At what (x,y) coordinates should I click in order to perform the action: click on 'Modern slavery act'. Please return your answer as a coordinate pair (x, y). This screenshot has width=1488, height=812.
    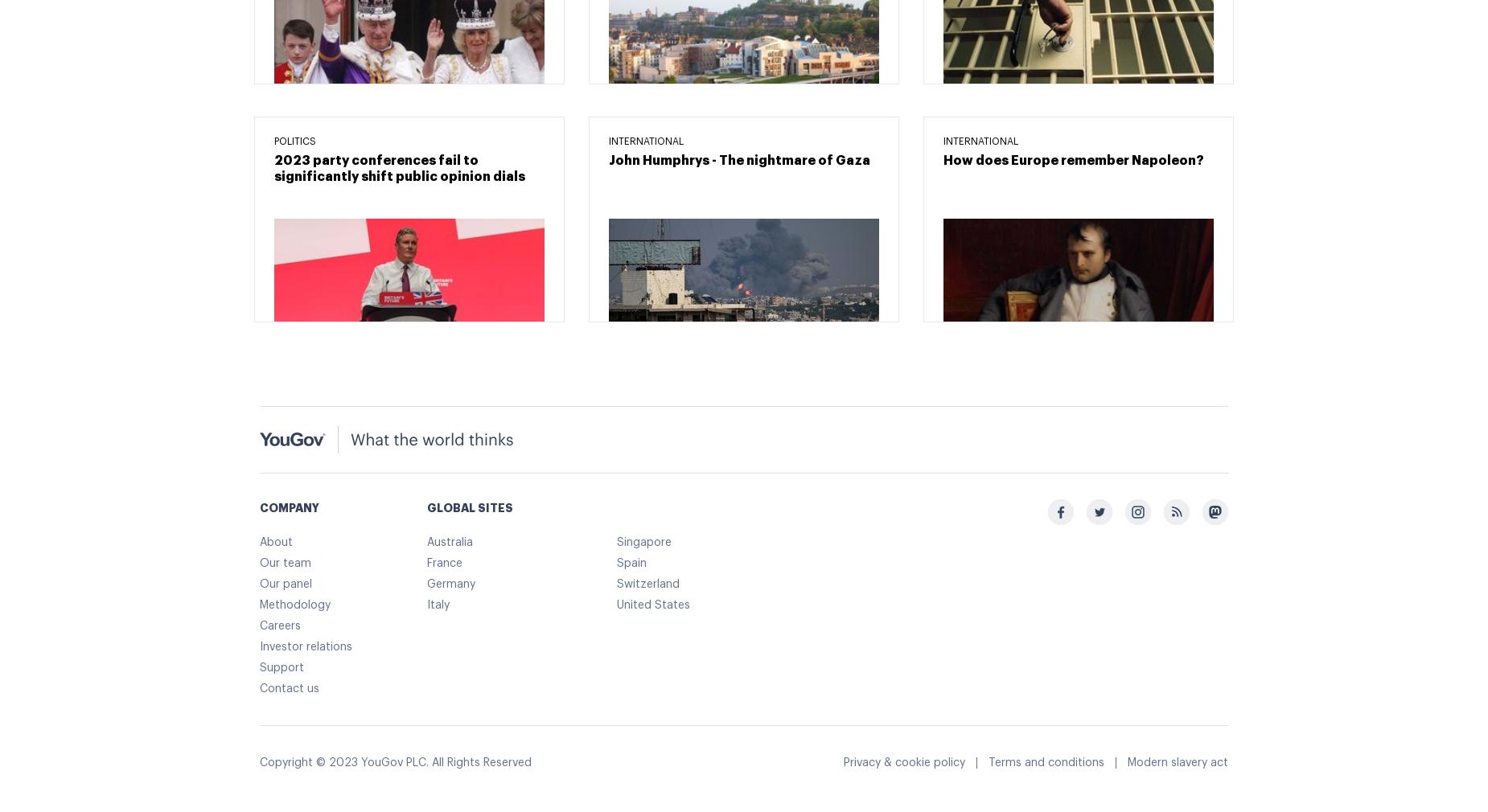
    Looking at the image, I should click on (1178, 761).